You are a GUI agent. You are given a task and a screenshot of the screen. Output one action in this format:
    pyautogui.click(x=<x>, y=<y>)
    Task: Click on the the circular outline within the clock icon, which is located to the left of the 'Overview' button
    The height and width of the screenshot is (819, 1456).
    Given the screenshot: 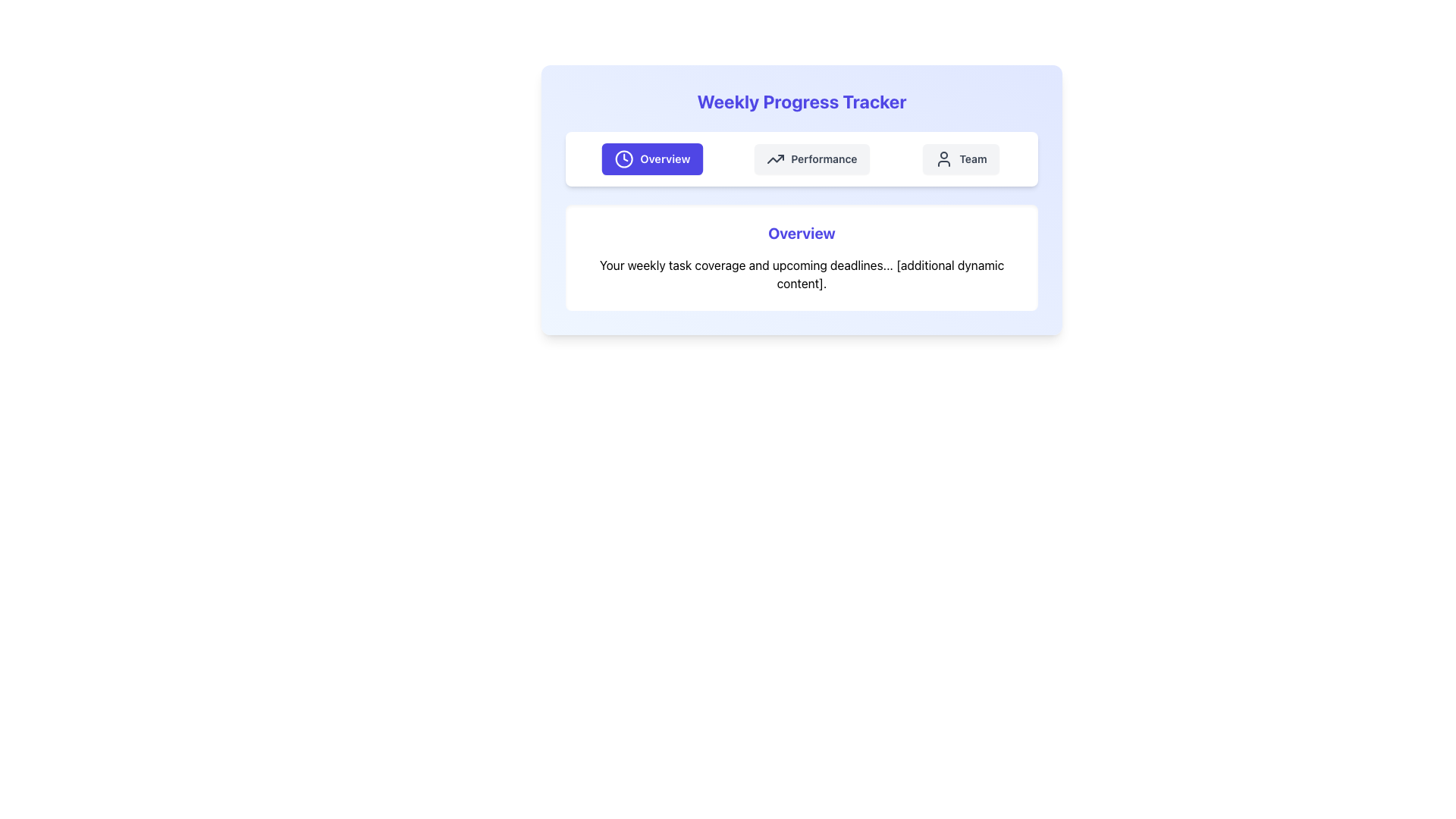 What is the action you would take?
    pyautogui.click(x=624, y=158)
    